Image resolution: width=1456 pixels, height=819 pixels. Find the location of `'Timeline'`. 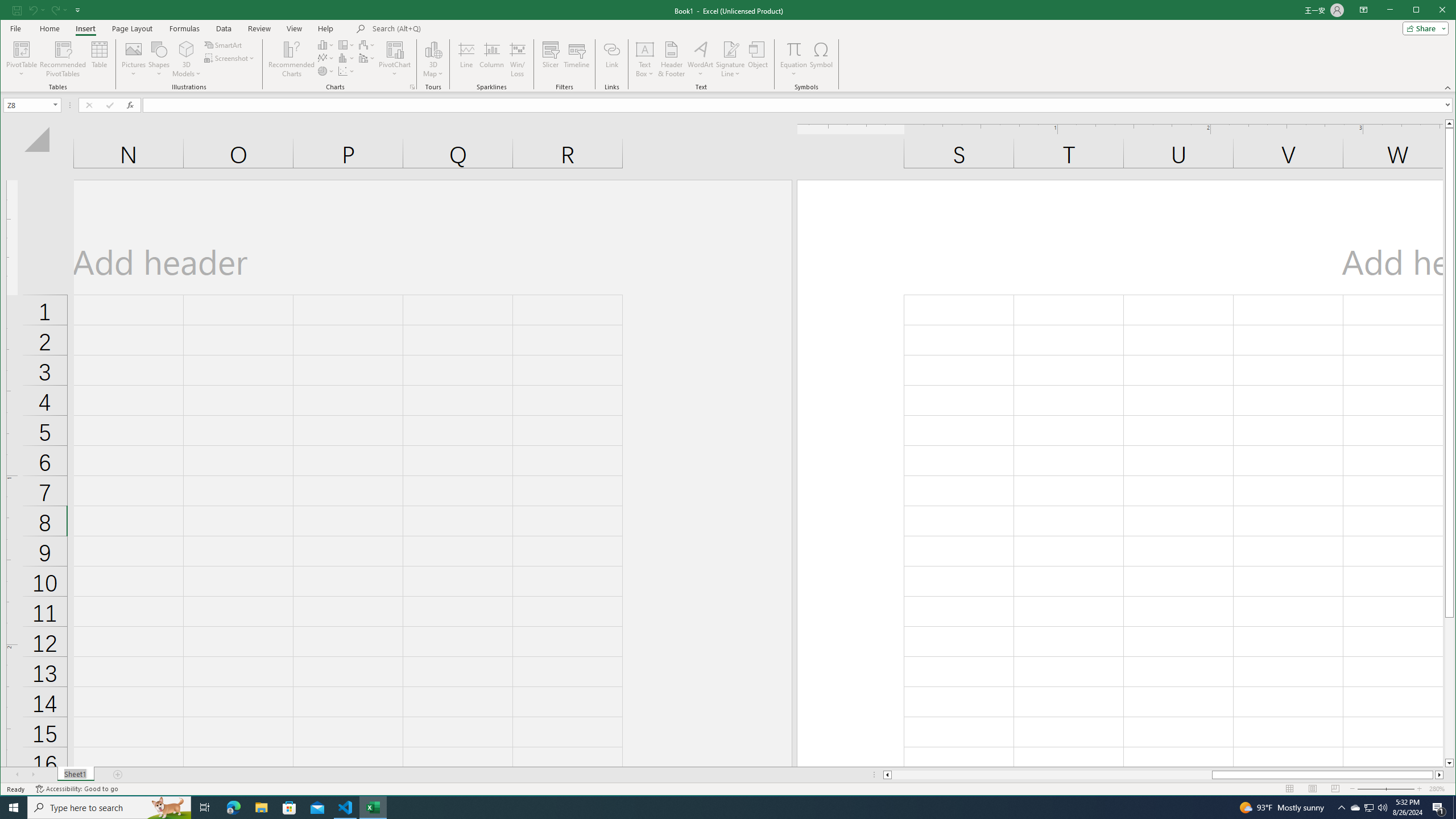

'Timeline' is located at coordinates (576, 59).